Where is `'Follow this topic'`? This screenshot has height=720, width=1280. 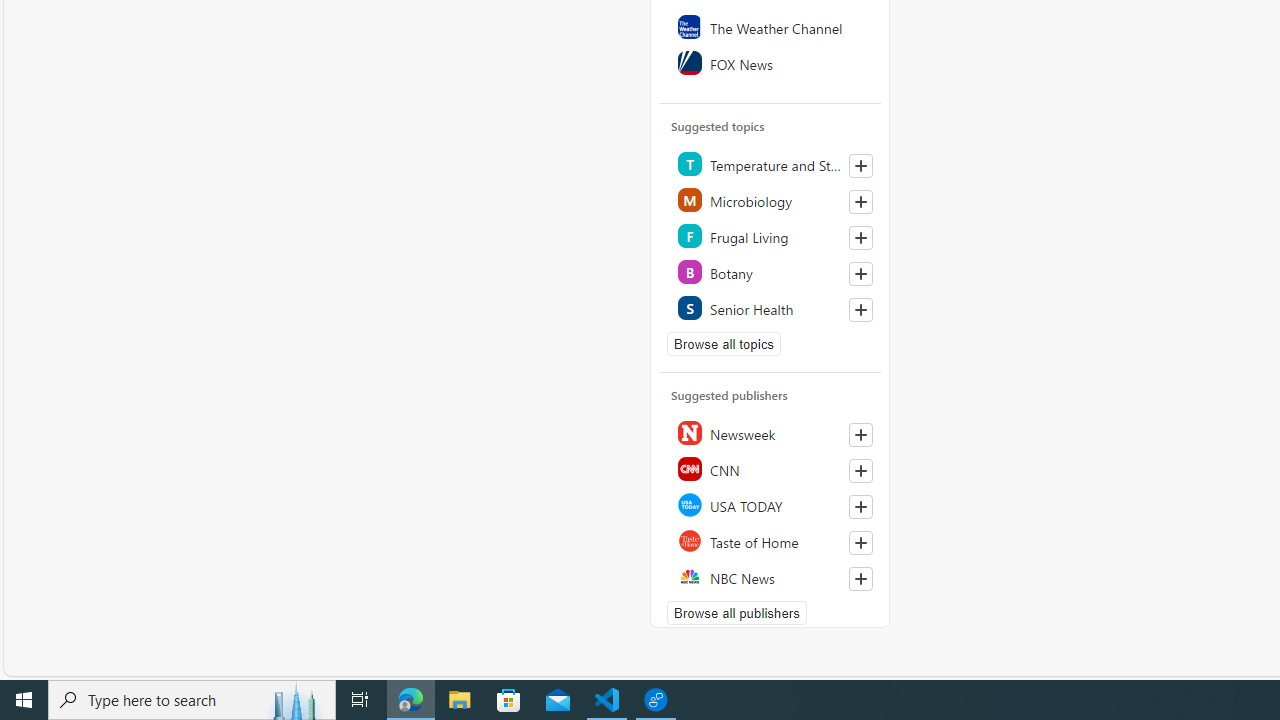 'Follow this topic' is located at coordinates (860, 309).